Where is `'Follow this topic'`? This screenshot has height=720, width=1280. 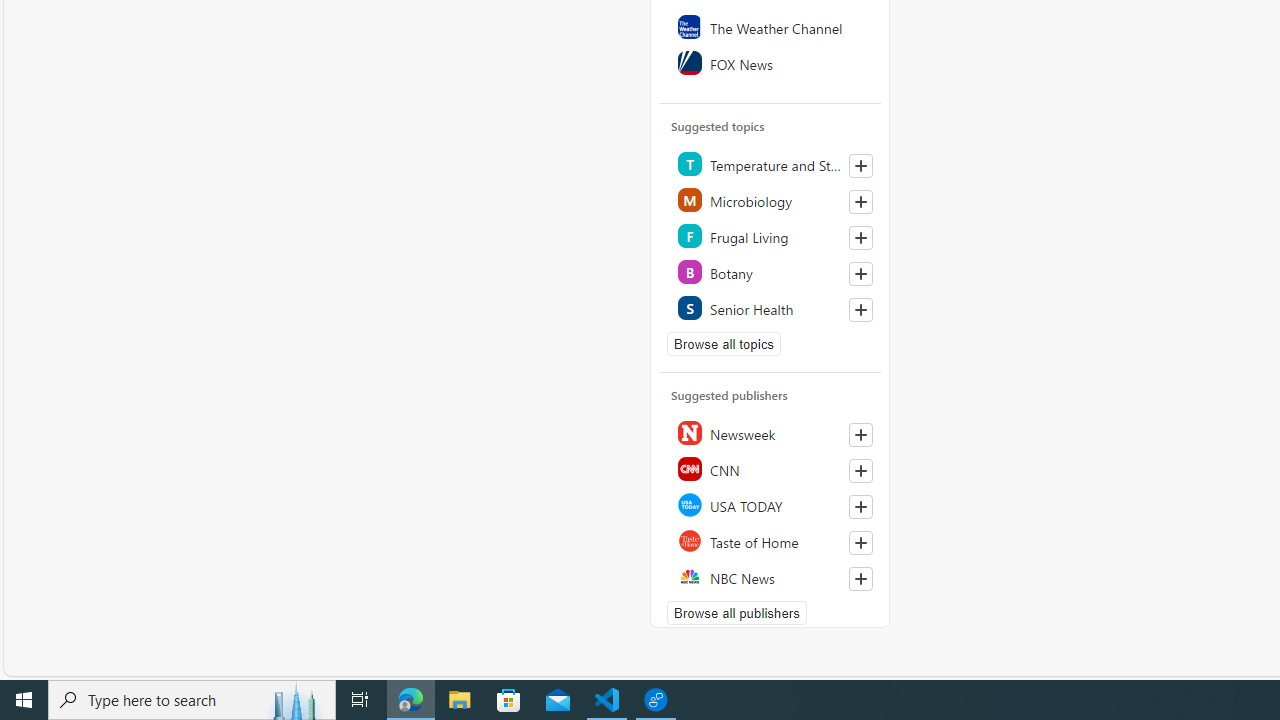 'Follow this topic' is located at coordinates (860, 309).